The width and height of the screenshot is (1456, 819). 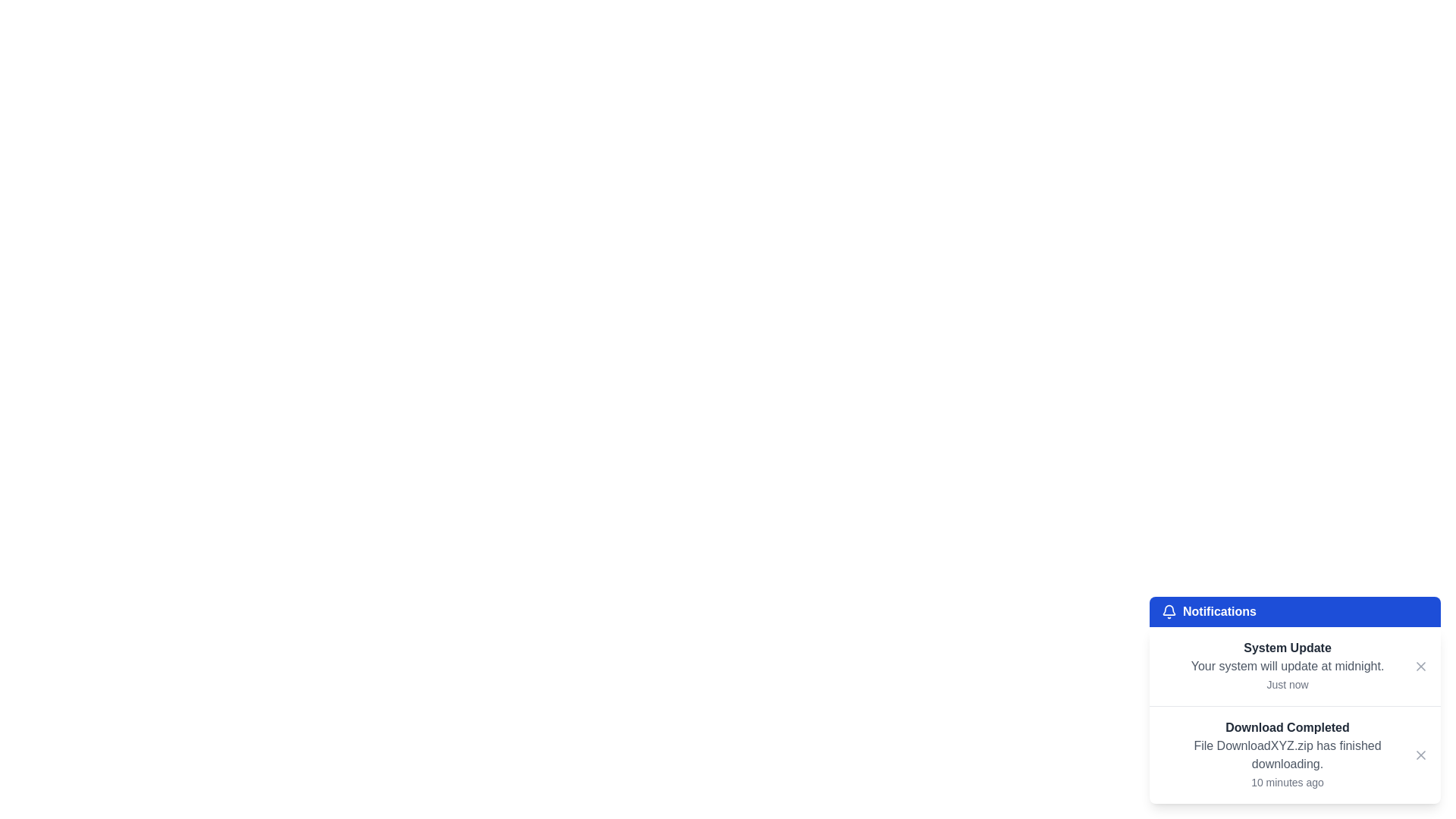 I want to click on the notification card that contains the title 'System Update' and the message 'Your system will update at midnight.', so click(x=1294, y=666).